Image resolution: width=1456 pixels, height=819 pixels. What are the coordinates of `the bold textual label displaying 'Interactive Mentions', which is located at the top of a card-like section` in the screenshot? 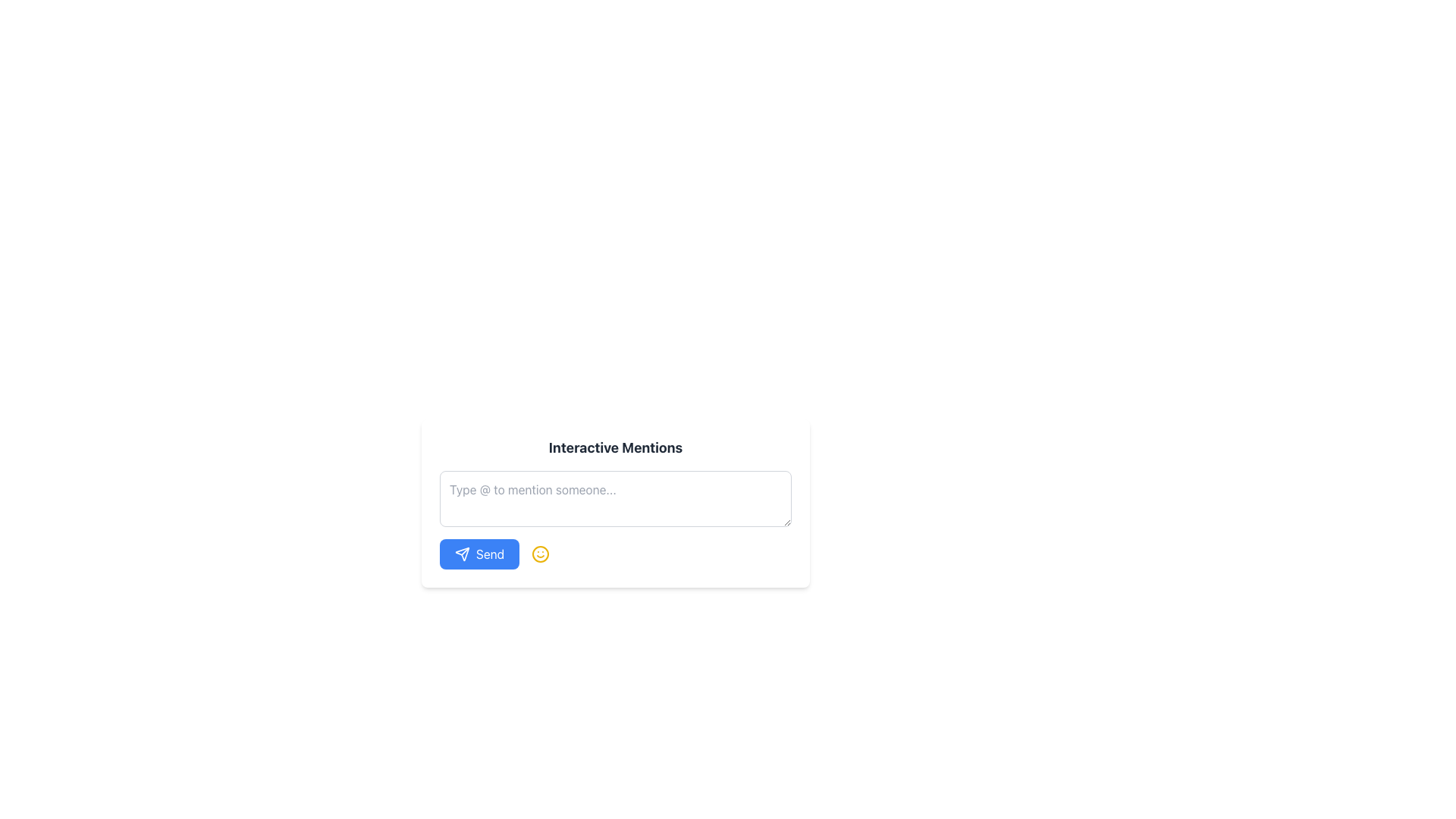 It's located at (615, 447).